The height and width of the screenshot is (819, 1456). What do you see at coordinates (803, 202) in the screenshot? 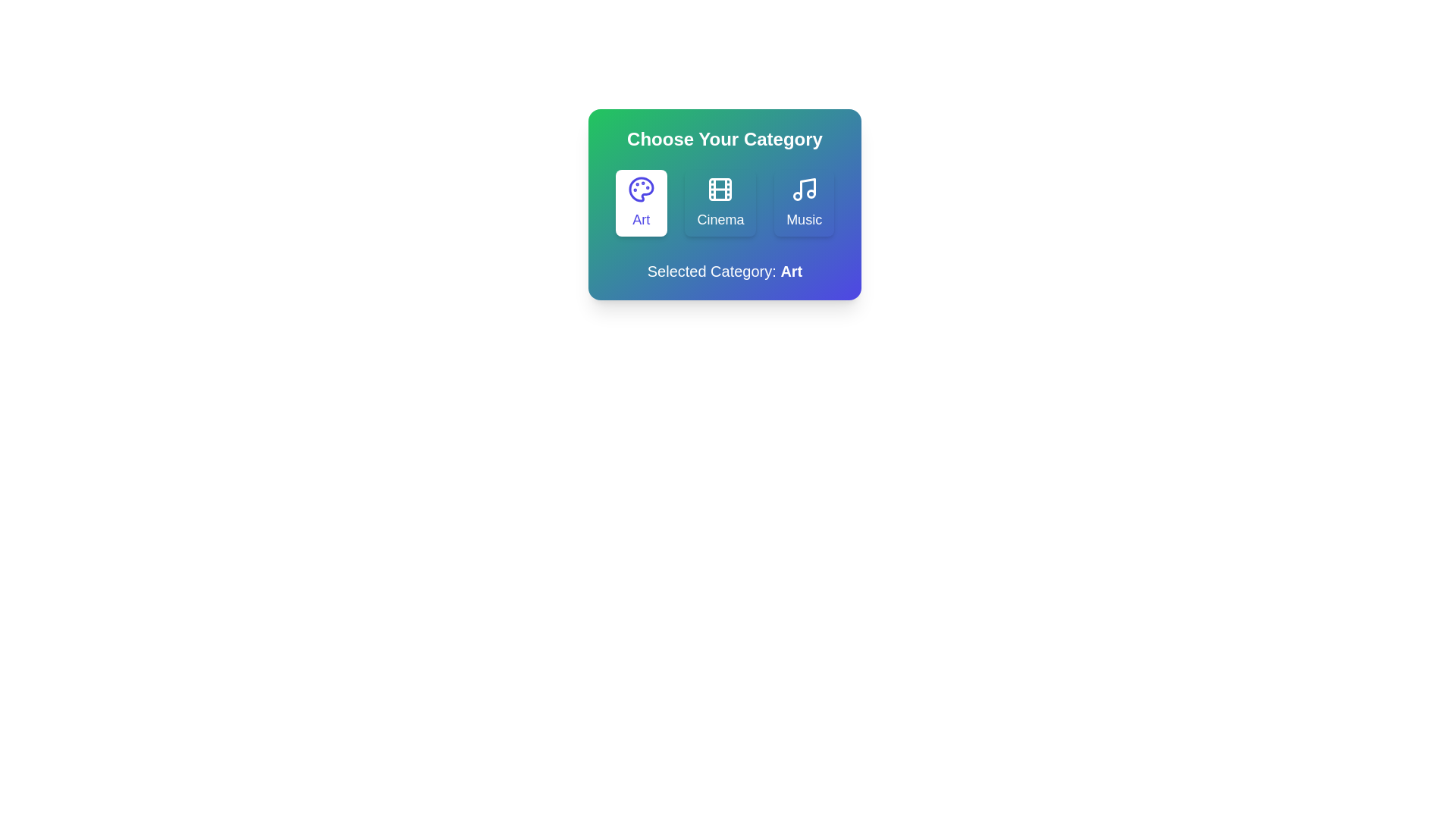
I see `the 'Music' category button to select it` at bounding box center [803, 202].